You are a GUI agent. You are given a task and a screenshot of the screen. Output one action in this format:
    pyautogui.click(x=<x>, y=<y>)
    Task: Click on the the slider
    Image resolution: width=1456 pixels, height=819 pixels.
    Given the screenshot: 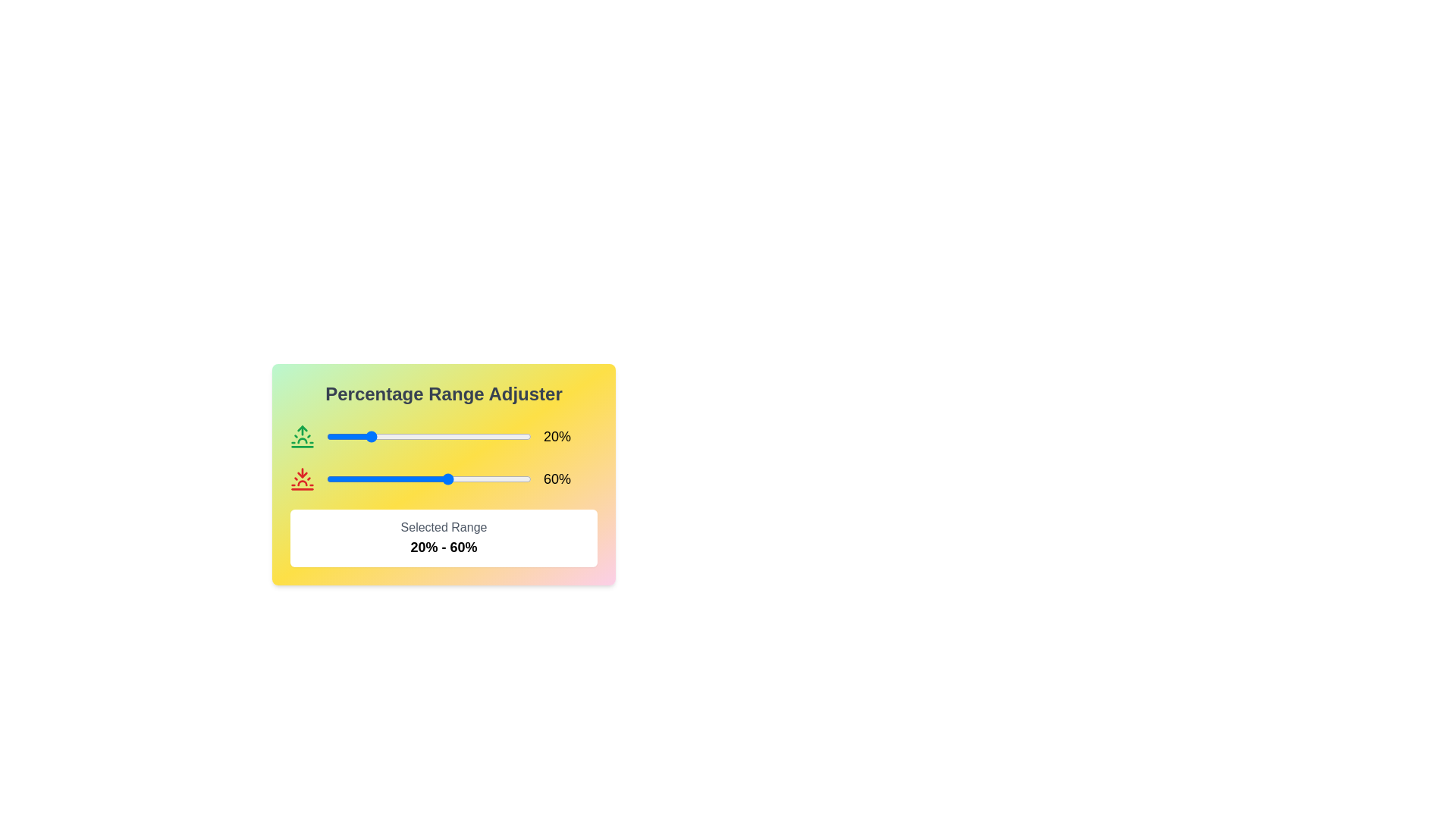 What is the action you would take?
    pyautogui.click(x=515, y=436)
    